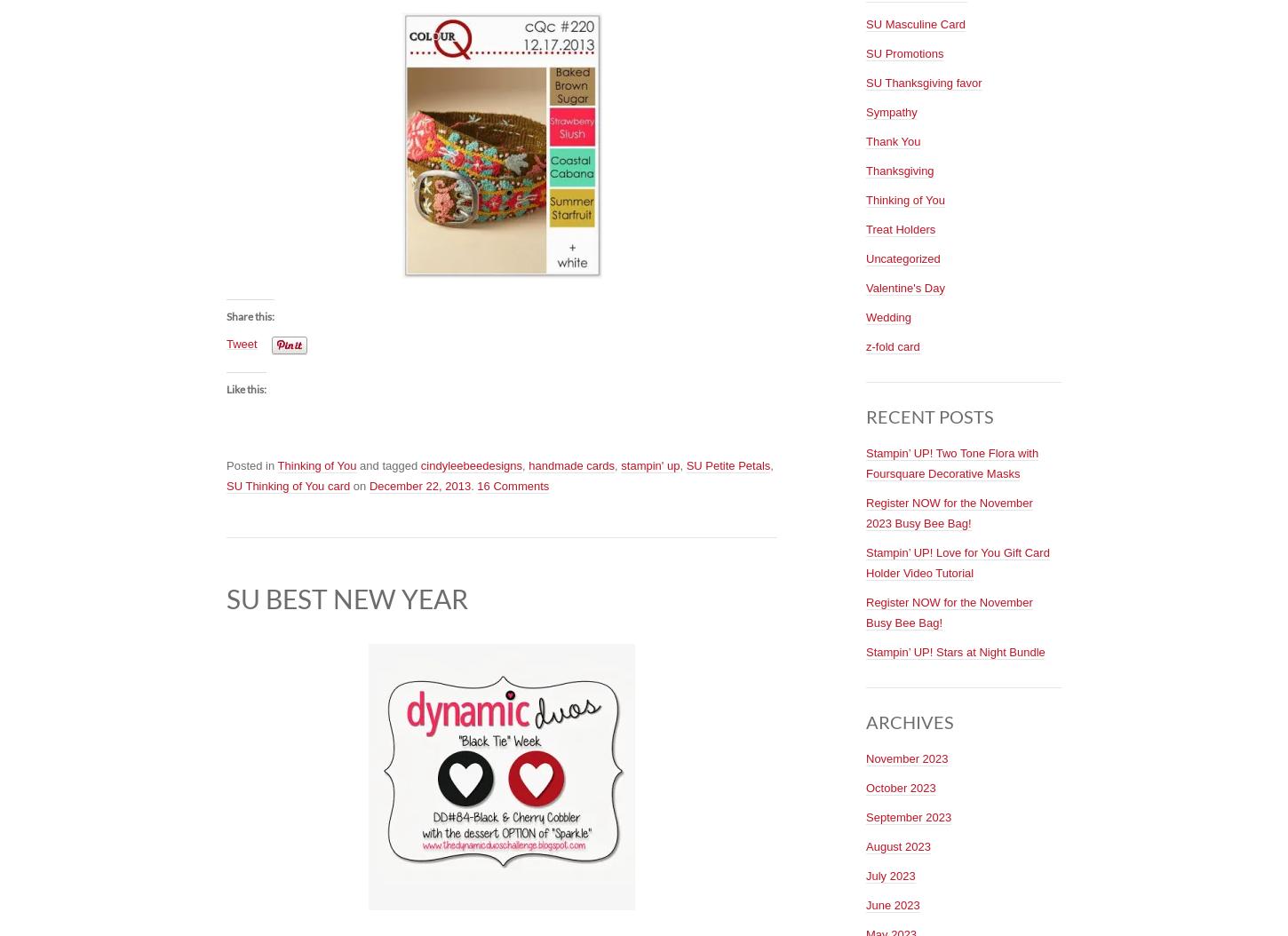 The height and width of the screenshot is (936, 1288). Describe the element at coordinates (923, 81) in the screenshot. I see `'SU Thanksgiving favor'` at that location.